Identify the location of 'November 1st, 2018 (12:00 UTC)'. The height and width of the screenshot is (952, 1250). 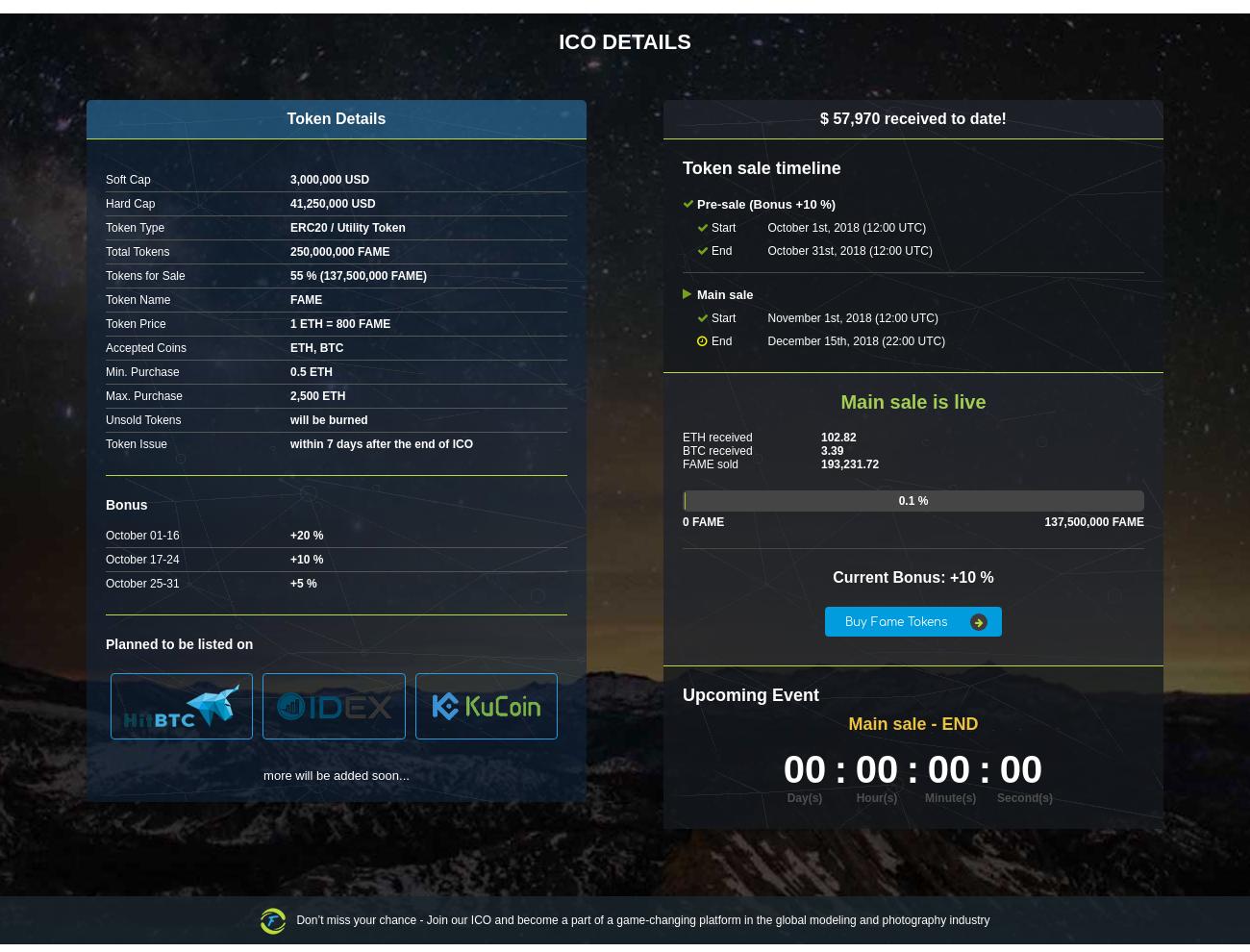
(851, 316).